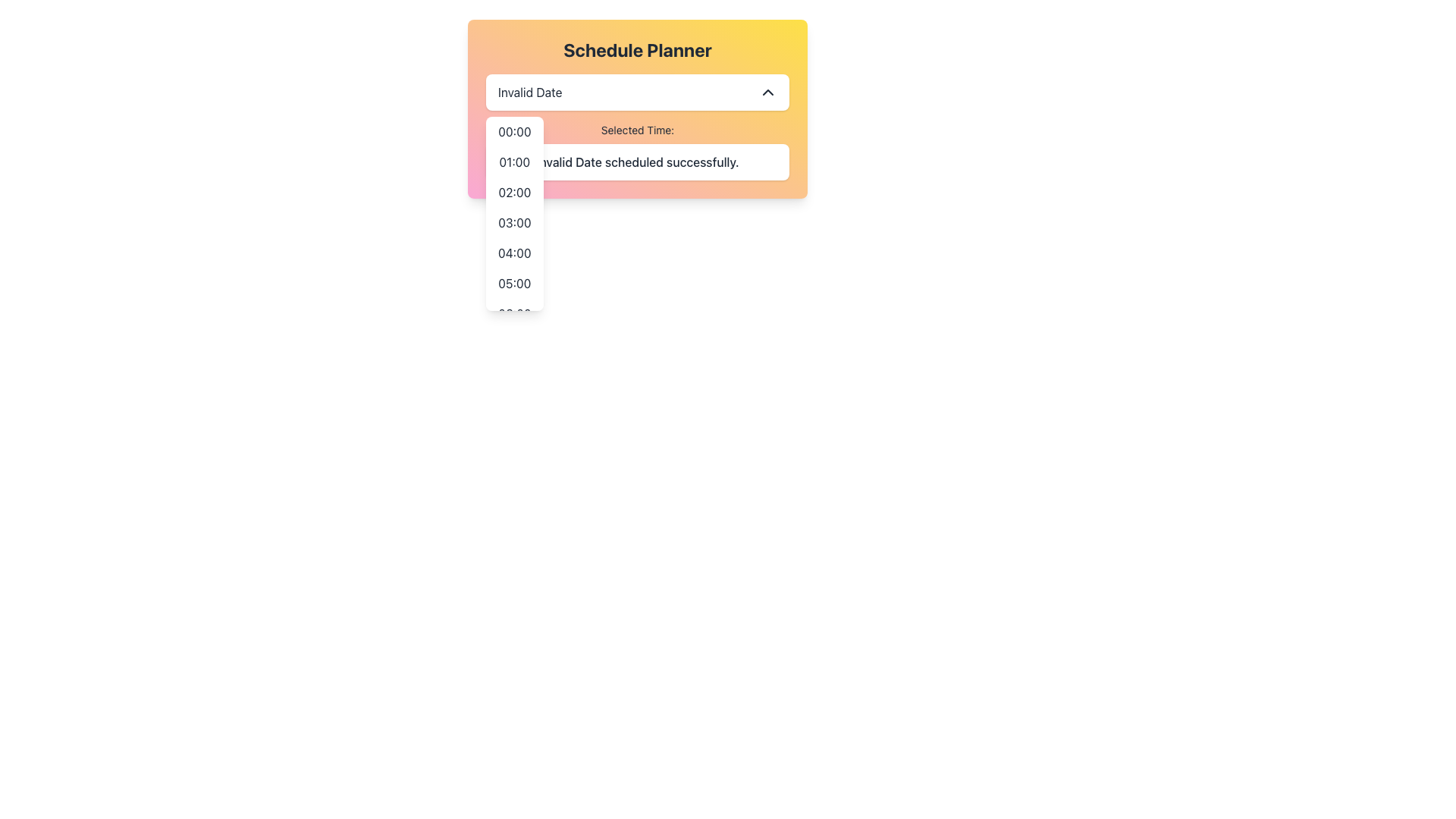 The height and width of the screenshot is (819, 1456). I want to click on the second item in the dropdown menu under the 'Schedule Planner' header, so click(514, 162).